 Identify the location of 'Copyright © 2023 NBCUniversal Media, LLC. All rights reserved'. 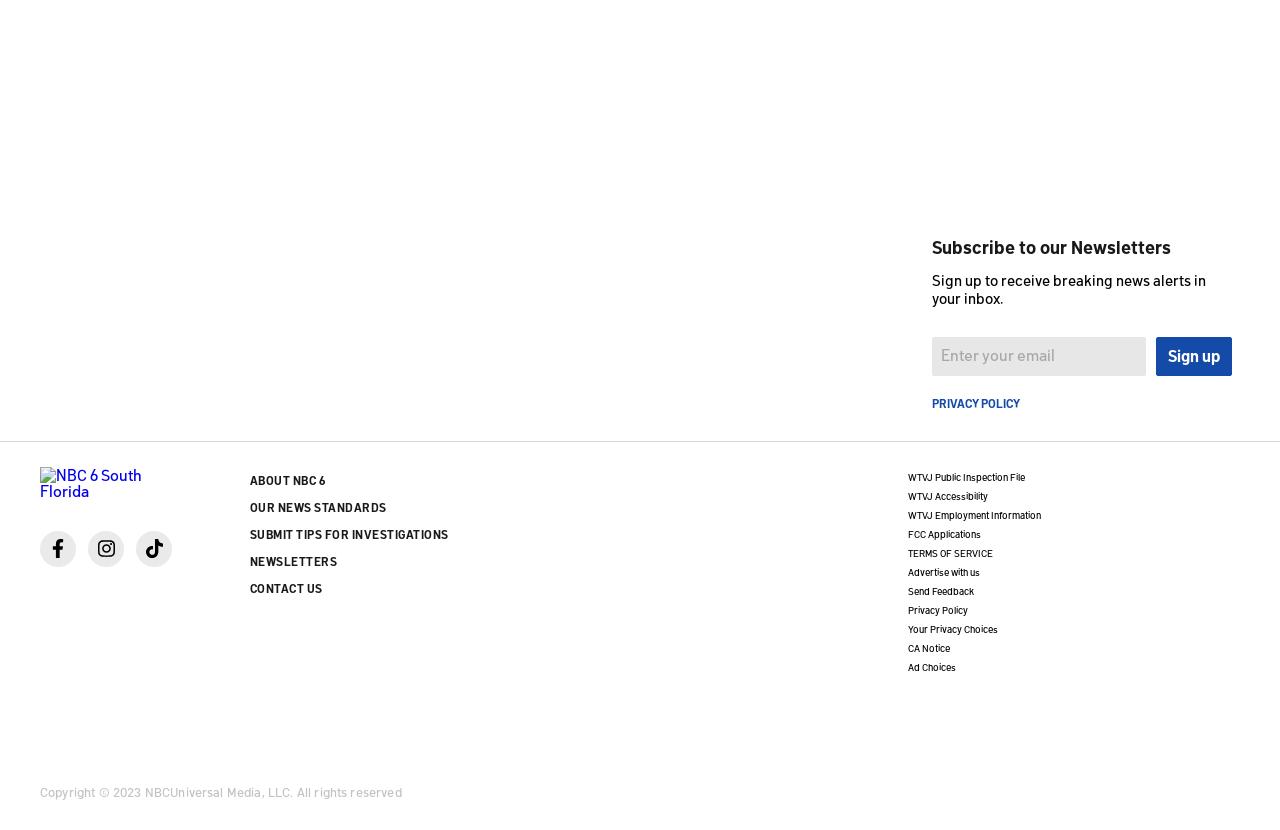
(220, 789).